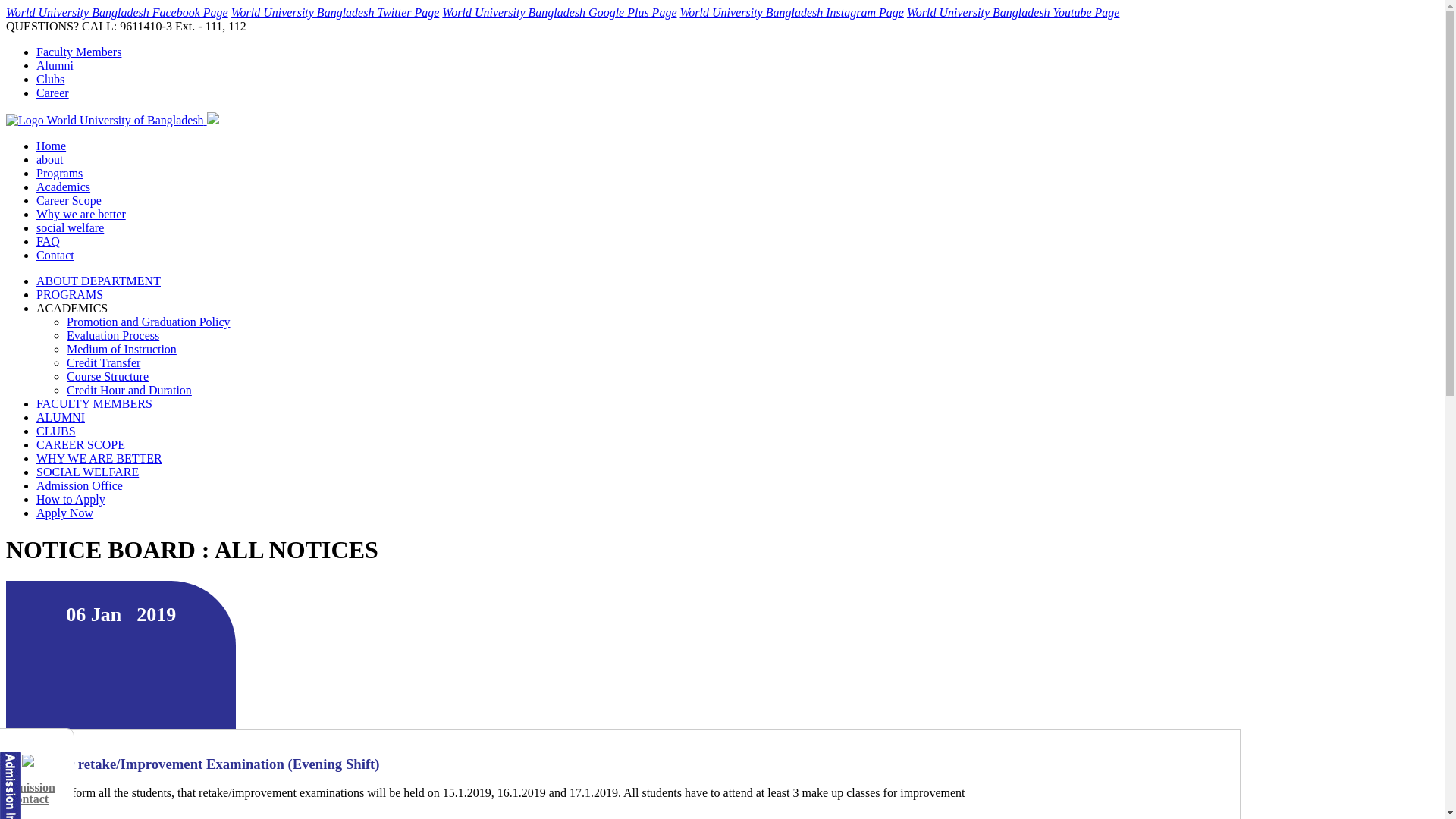 This screenshot has height=819, width=1456. I want to click on 'ABOUT DEPARTMENT', so click(97, 281).